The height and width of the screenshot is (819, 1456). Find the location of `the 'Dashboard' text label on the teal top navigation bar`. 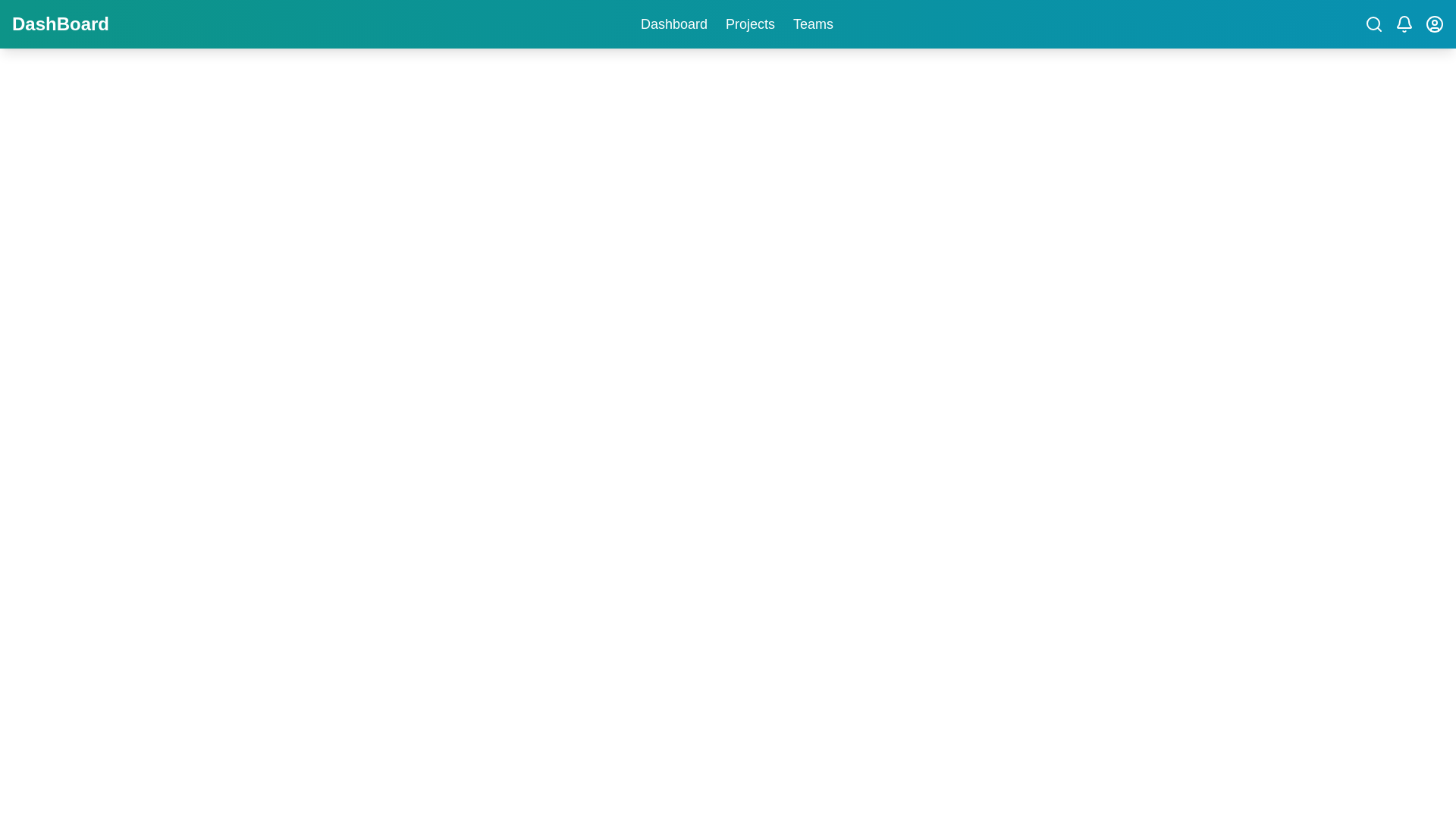

the 'Dashboard' text label on the teal top navigation bar is located at coordinates (673, 24).